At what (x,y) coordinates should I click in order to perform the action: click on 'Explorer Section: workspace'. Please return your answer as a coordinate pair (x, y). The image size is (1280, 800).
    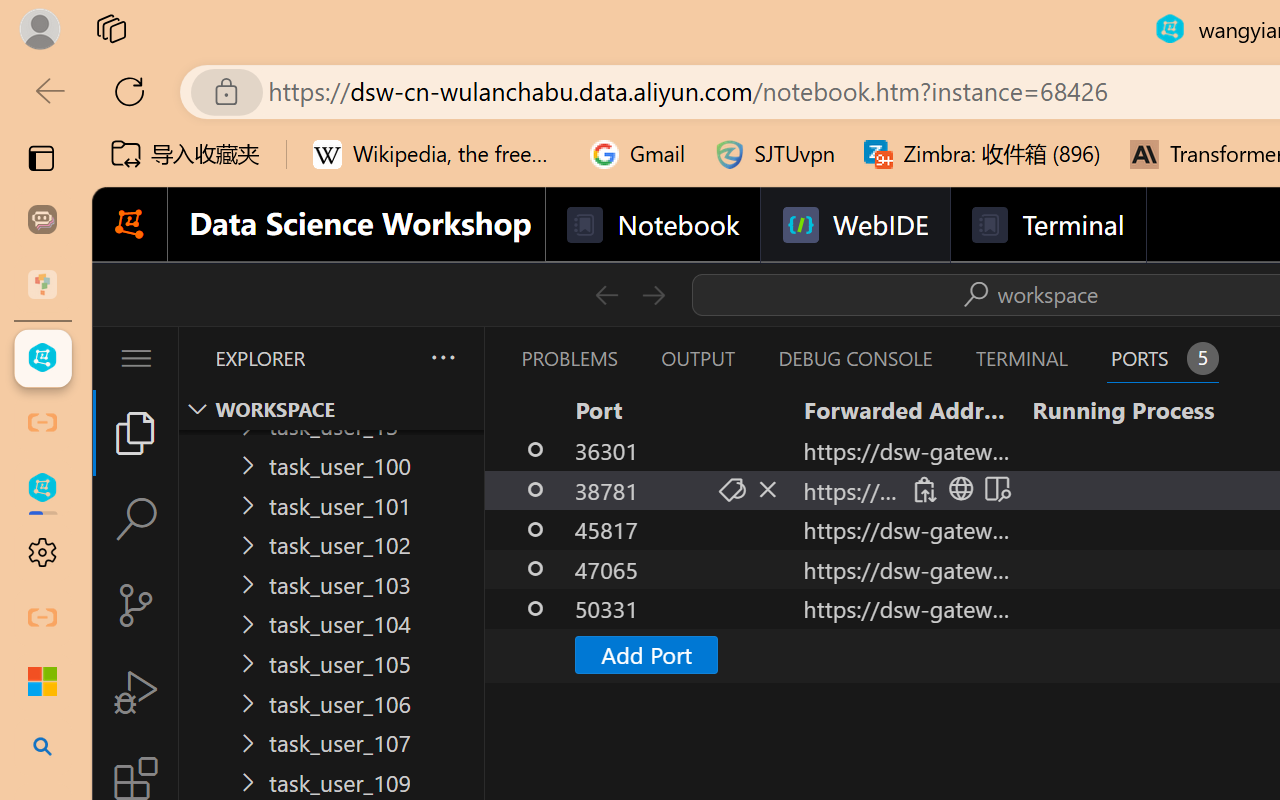
    Looking at the image, I should click on (331, 409).